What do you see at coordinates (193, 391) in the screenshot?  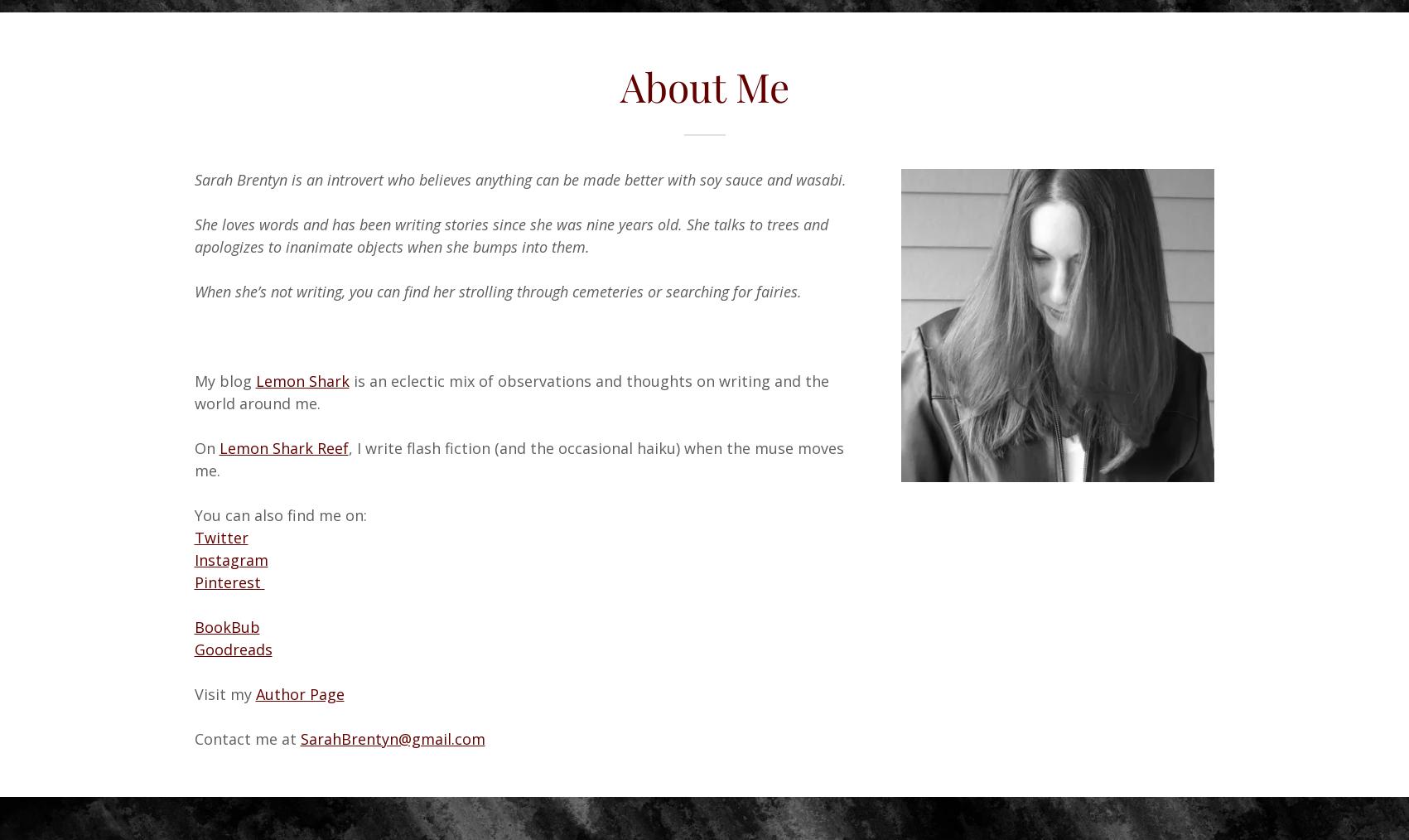 I see `'is an eclectic mix of observations and thoughts on writing and the world around me.'` at bounding box center [193, 391].